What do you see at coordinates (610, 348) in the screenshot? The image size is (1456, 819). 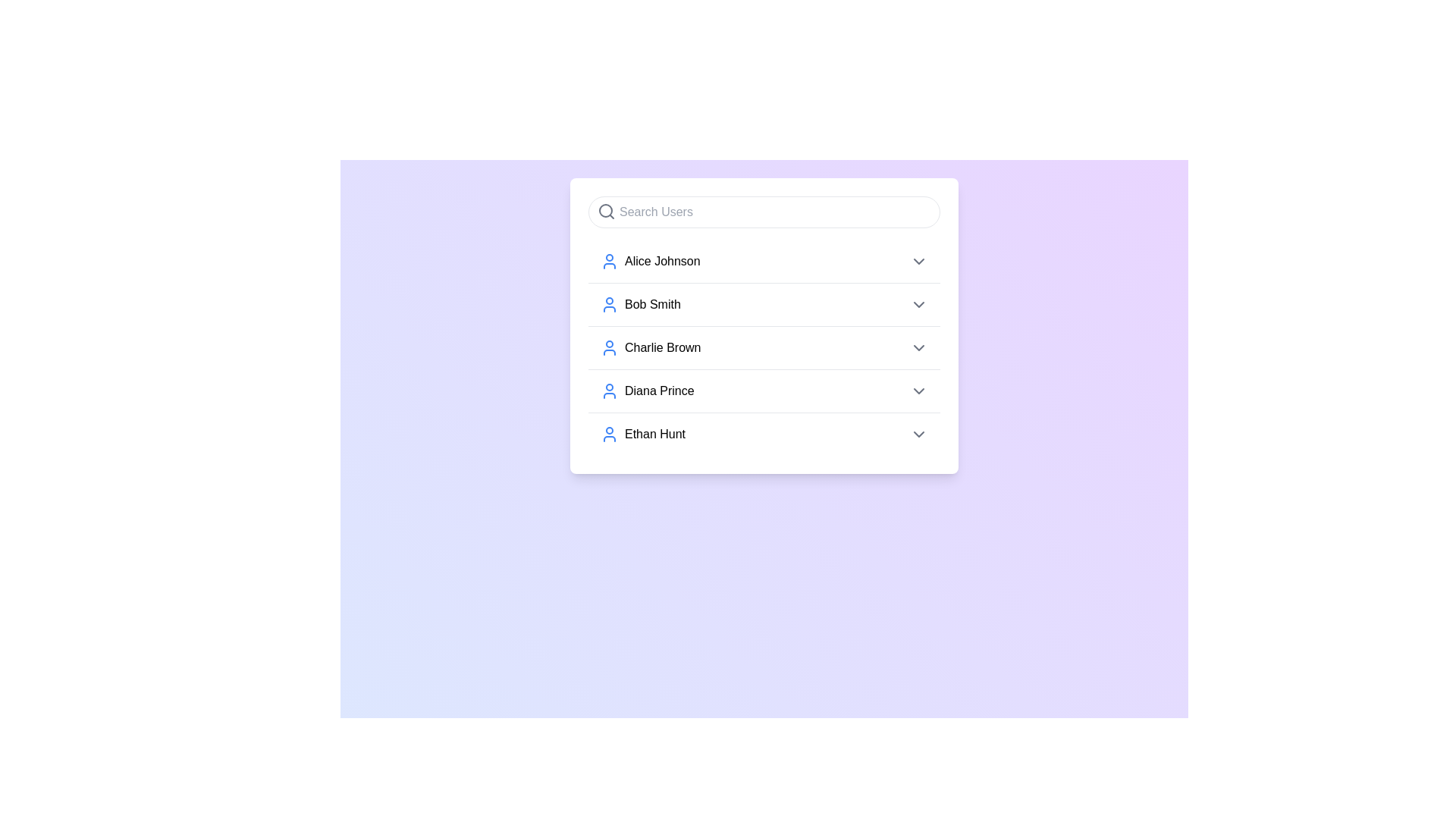 I see `the user icon representing 'Charlie Brown'` at bounding box center [610, 348].